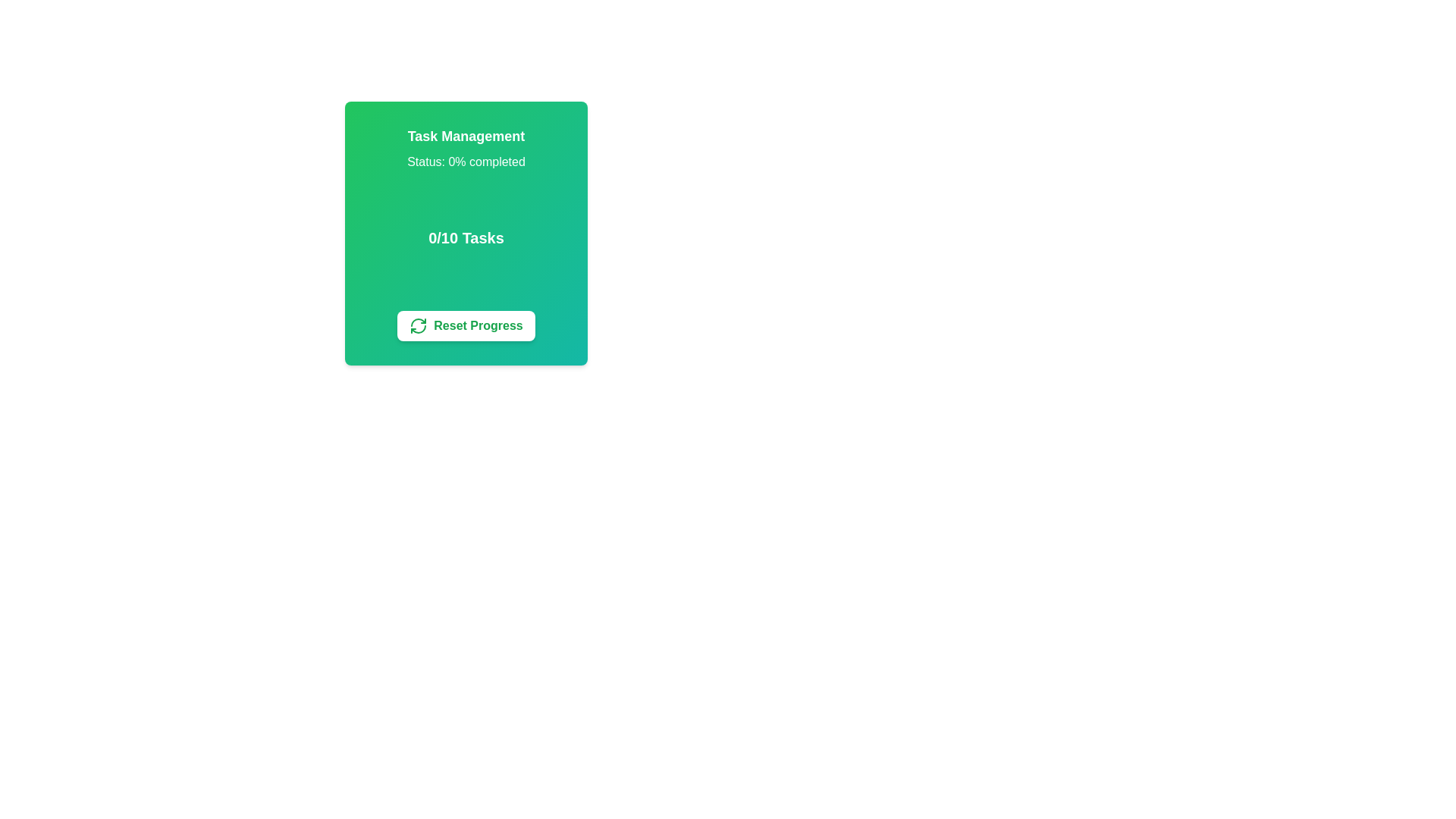  Describe the element at coordinates (465, 237) in the screenshot. I see `the Static Text Label that indicates the current completion status of a task list, located beneath the text 'Status: 0% completed' and above the 'Reset Progress' button` at that location.